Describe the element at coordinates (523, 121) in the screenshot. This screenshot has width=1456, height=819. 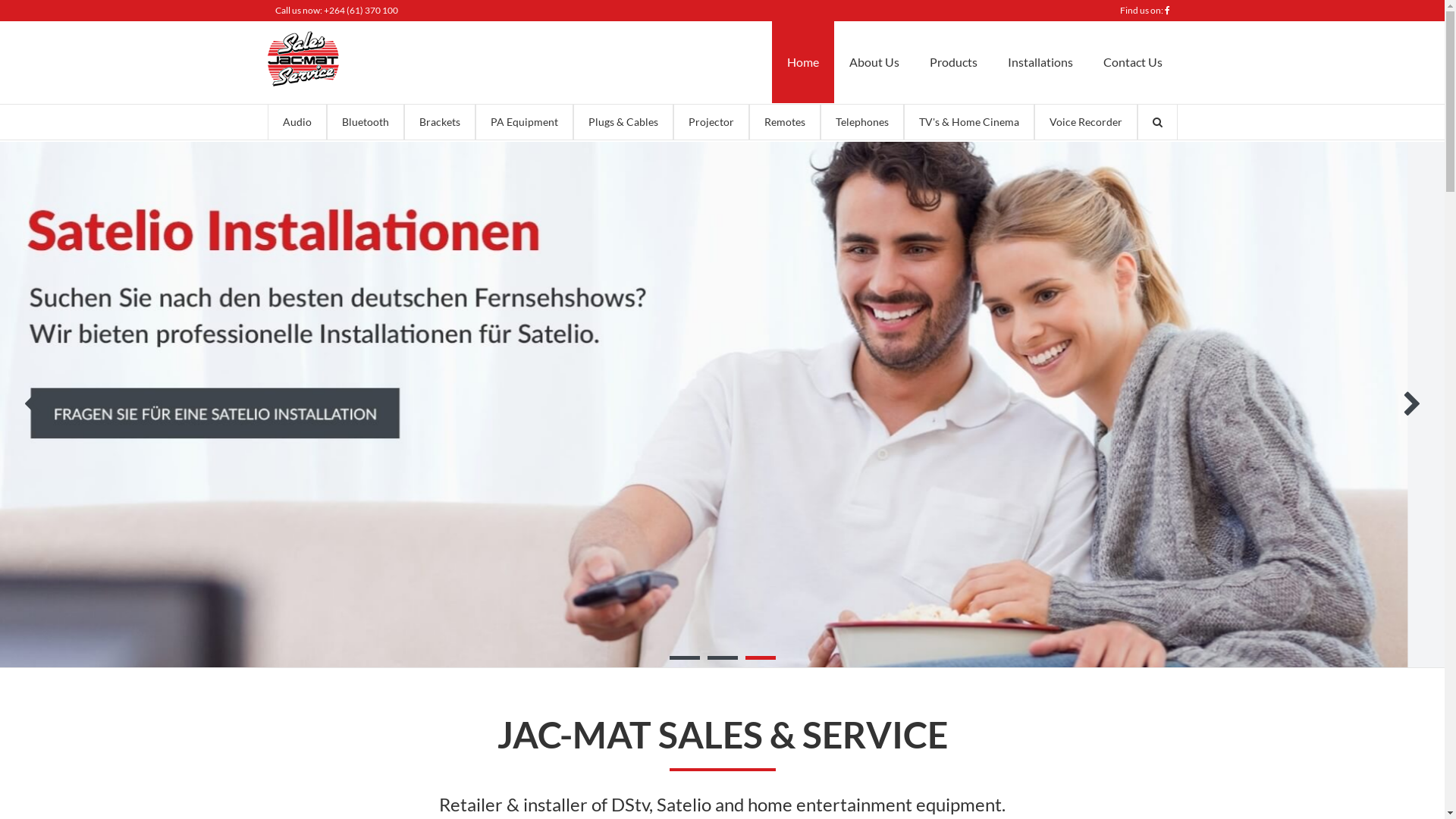
I see `'PA Equipment'` at that location.